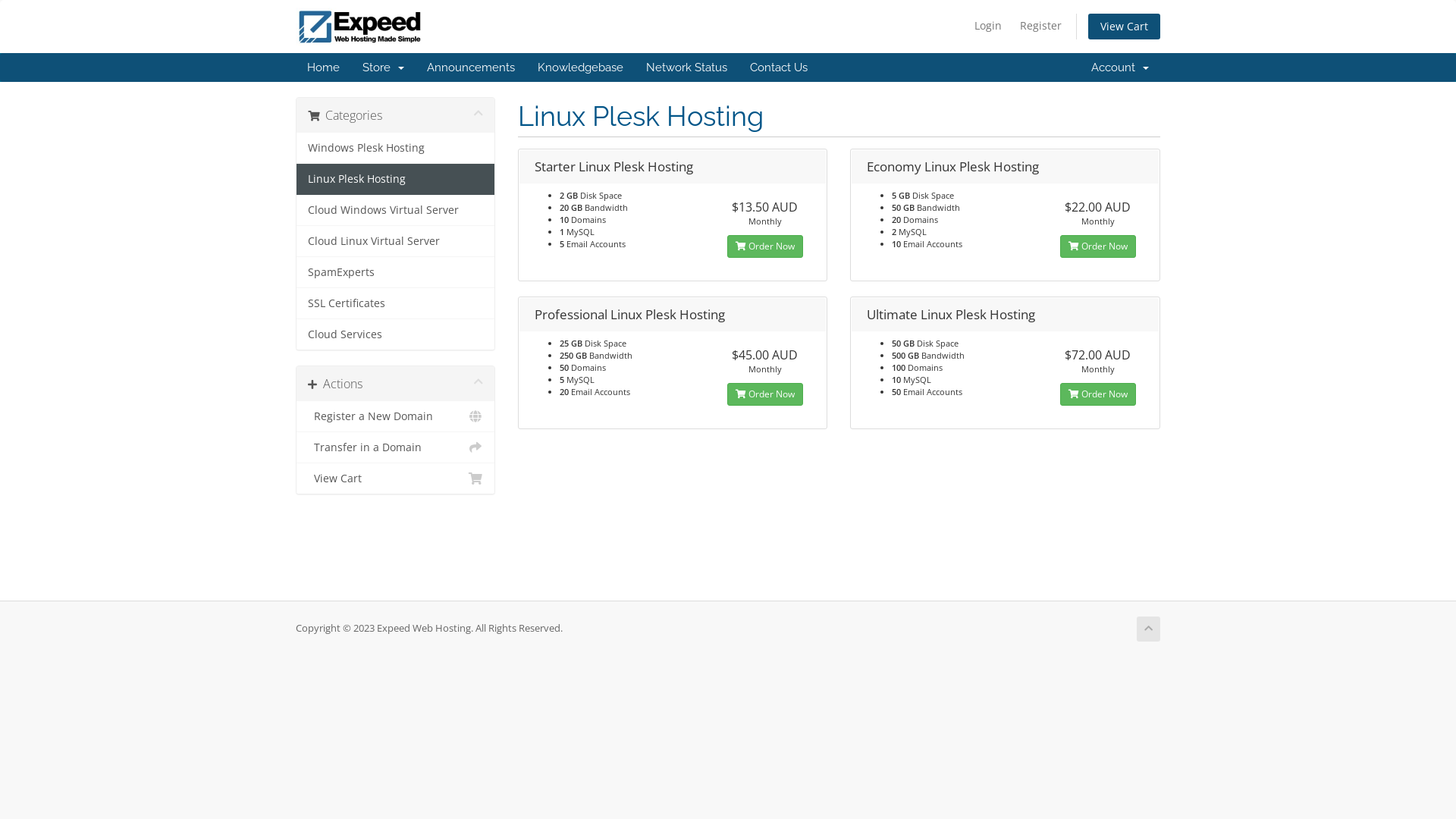 This screenshot has width=1456, height=819. I want to click on '  Register a New Domain', so click(395, 416).